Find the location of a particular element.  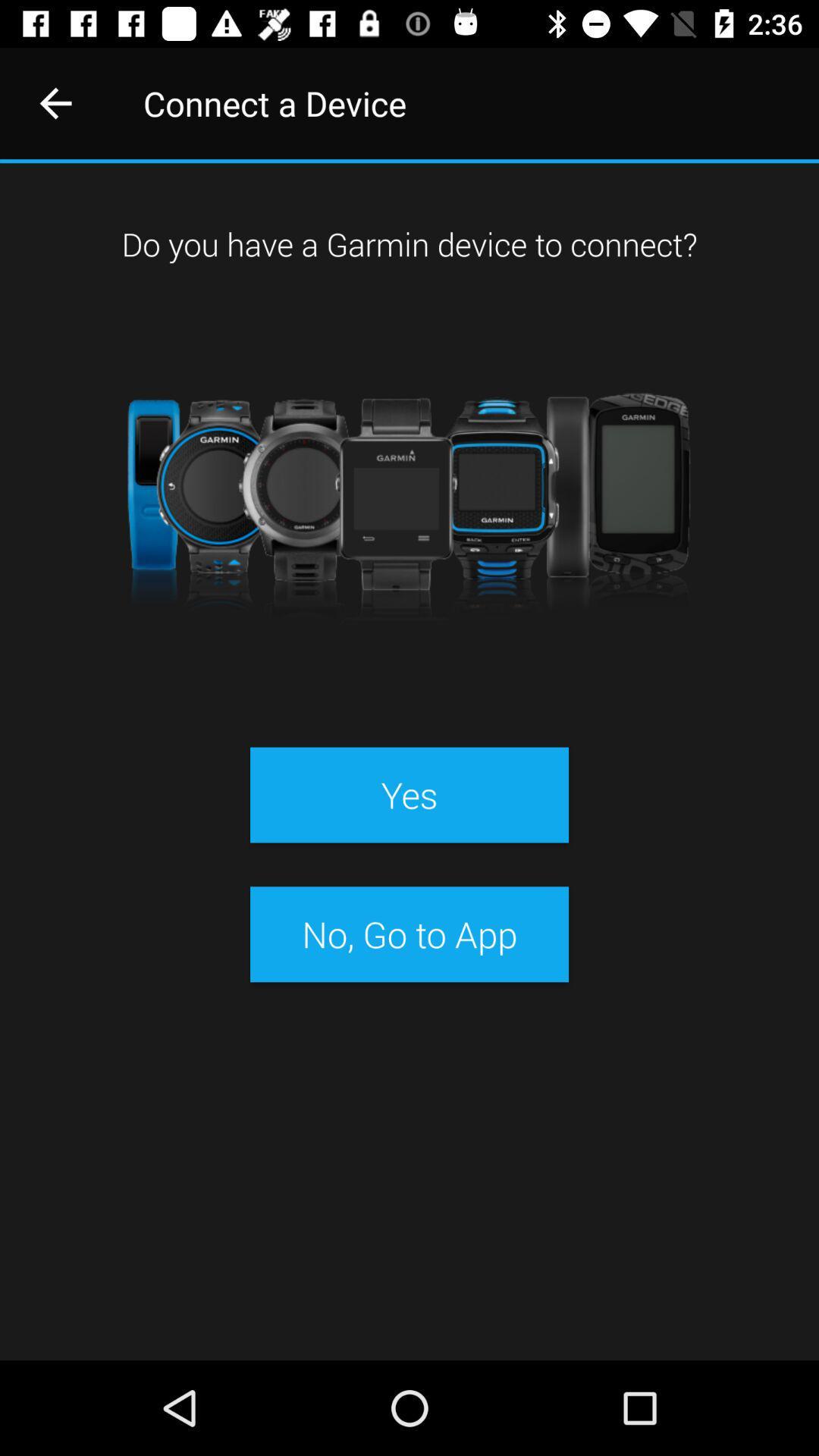

the item to the left of connect a device is located at coordinates (55, 102).